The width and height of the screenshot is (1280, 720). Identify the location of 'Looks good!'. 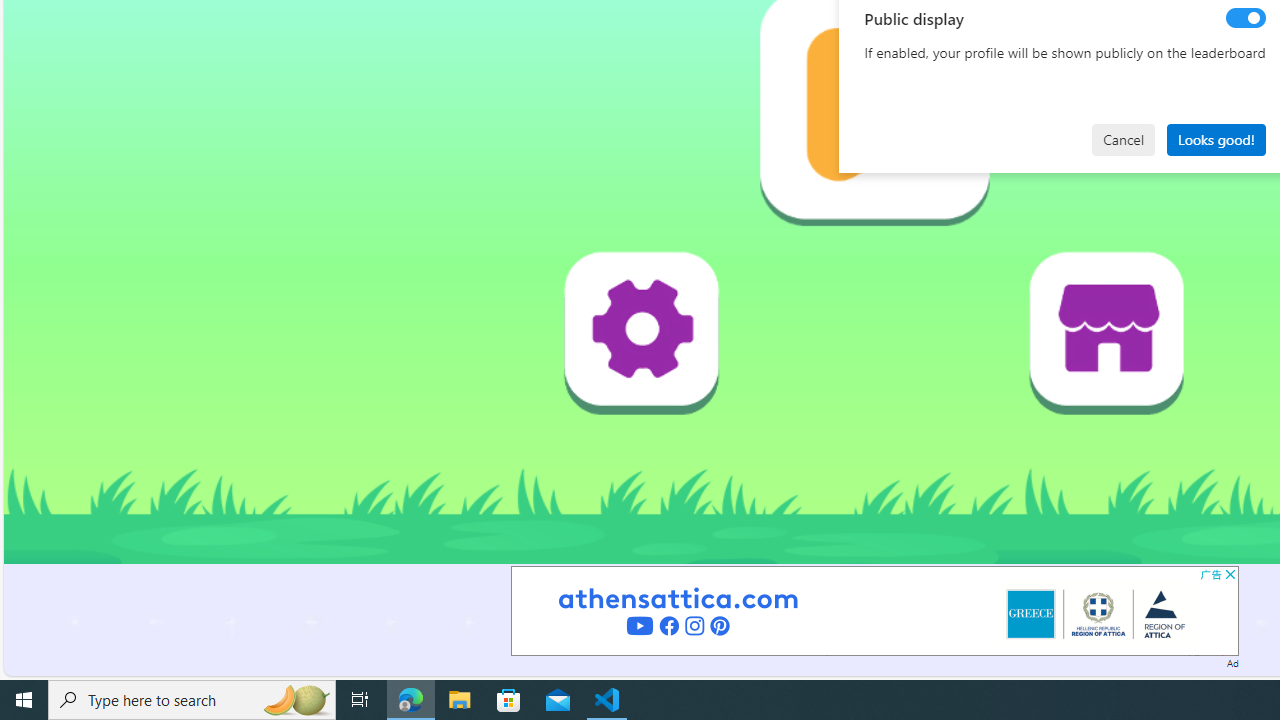
(1215, 138).